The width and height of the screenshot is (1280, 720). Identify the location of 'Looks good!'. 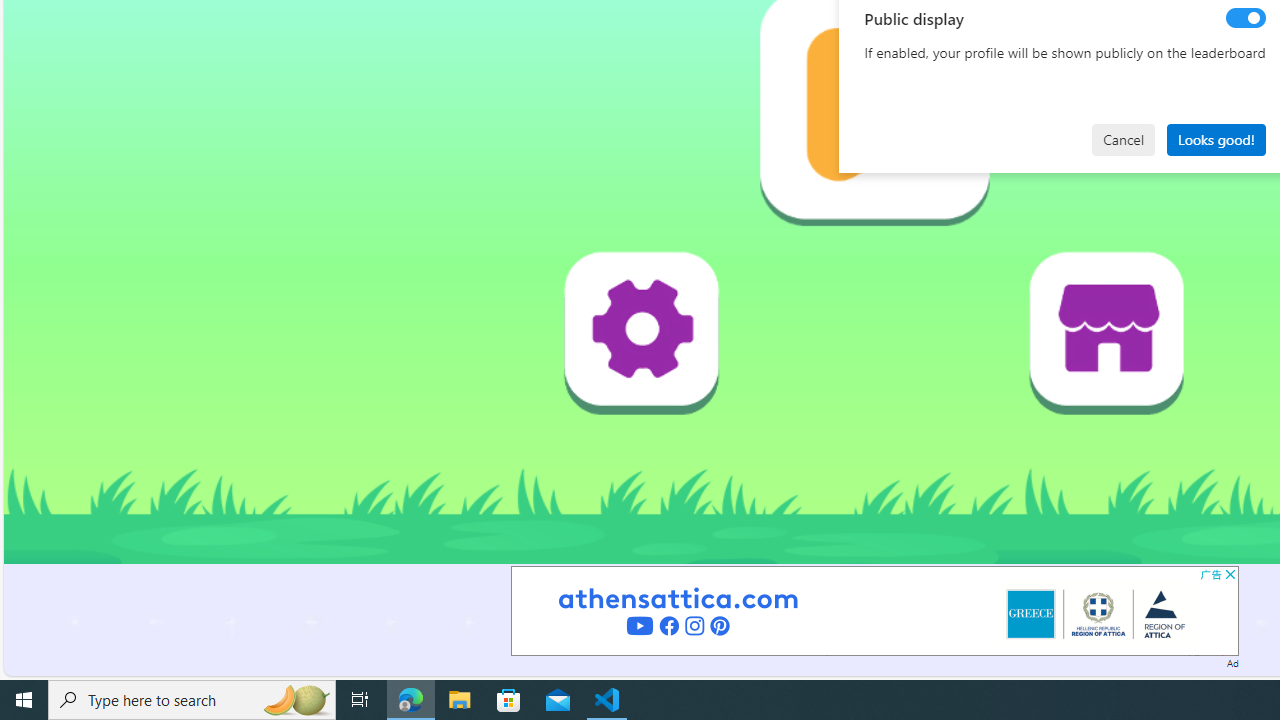
(1215, 138).